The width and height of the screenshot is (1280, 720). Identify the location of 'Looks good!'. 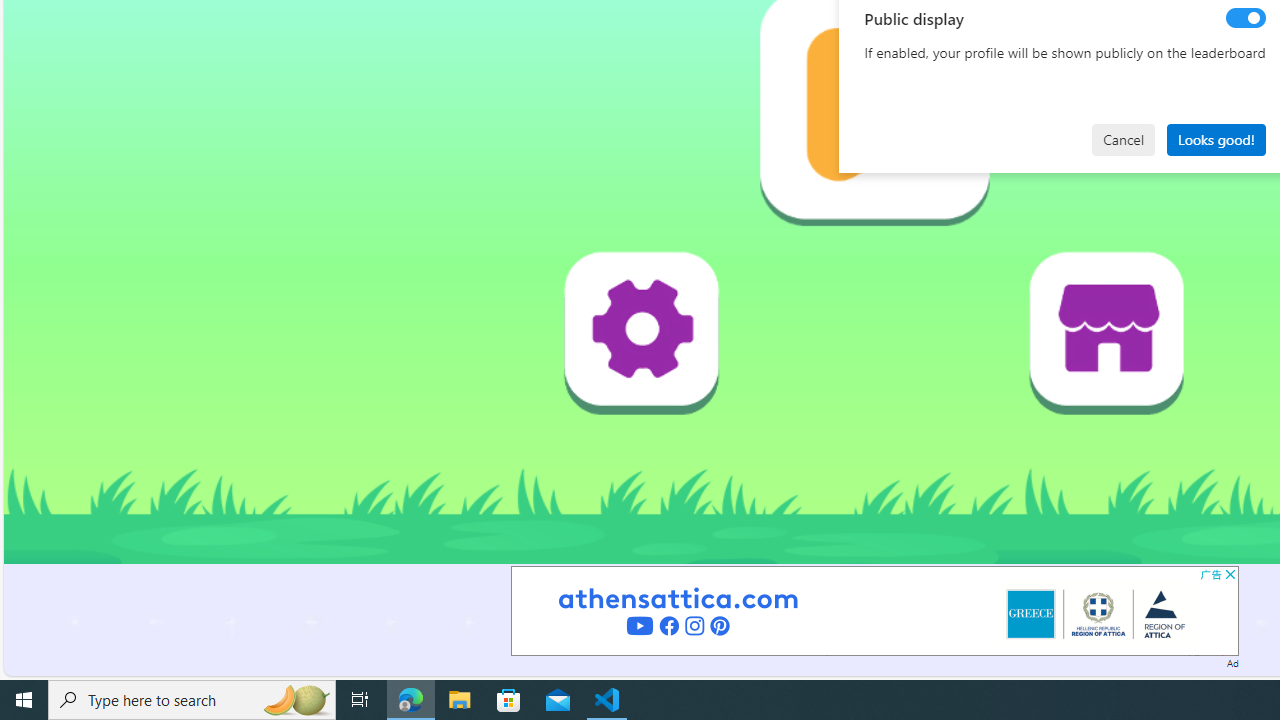
(1215, 138).